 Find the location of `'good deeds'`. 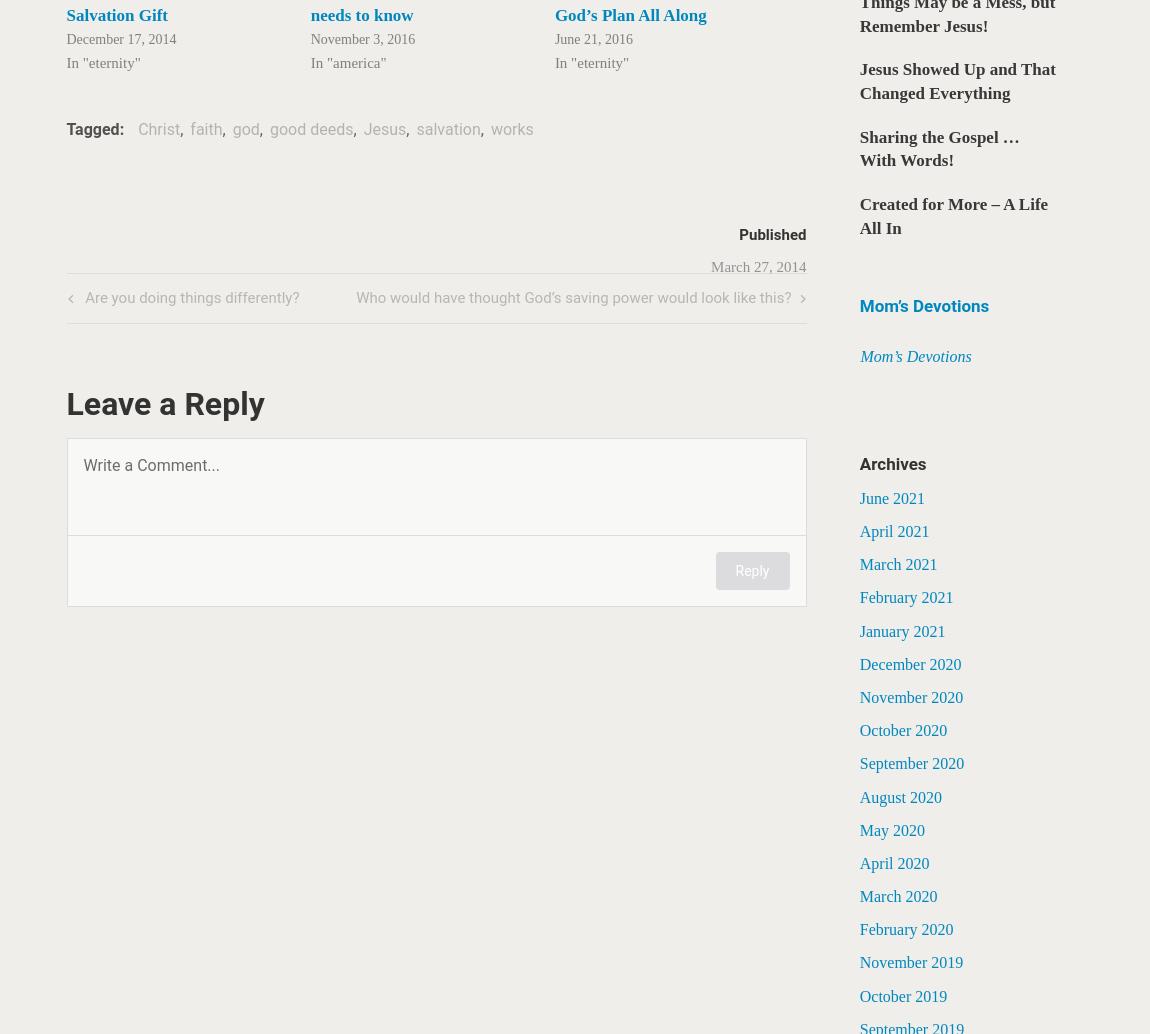

'good deeds' is located at coordinates (310, 129).